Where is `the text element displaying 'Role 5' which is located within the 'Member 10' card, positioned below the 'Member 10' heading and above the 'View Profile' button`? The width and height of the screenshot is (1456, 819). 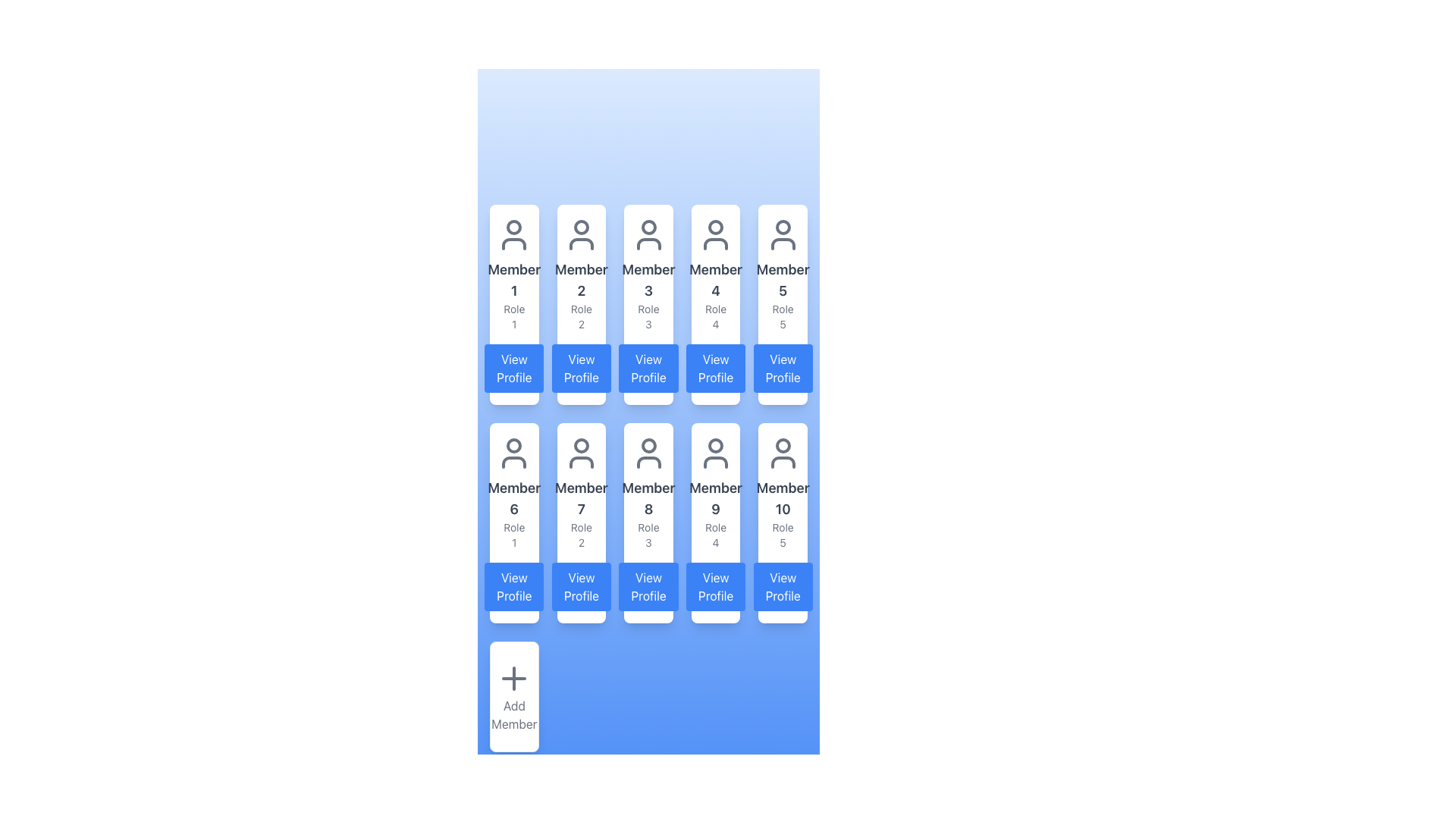 the text element displaying 'Role 5' which is located within the 'Member 10' card, positioned below the 'Member 10' heading and above the 'View Profile' button is located at coordinates (783, 534).